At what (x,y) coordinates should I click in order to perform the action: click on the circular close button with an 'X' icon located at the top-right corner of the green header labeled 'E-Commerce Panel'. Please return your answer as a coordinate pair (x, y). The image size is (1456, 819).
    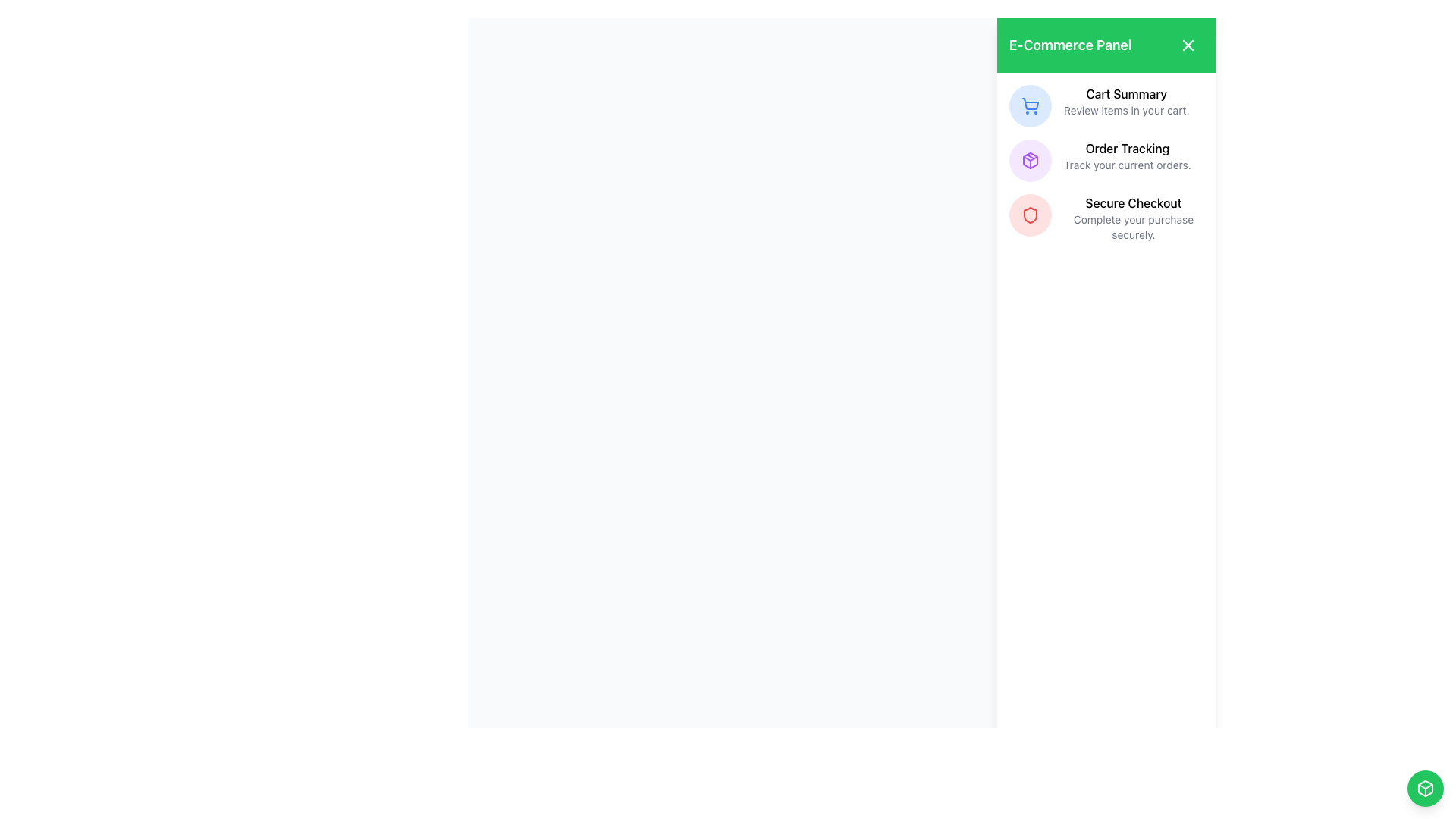
    Looking at the image, I should click on (1187, 45).